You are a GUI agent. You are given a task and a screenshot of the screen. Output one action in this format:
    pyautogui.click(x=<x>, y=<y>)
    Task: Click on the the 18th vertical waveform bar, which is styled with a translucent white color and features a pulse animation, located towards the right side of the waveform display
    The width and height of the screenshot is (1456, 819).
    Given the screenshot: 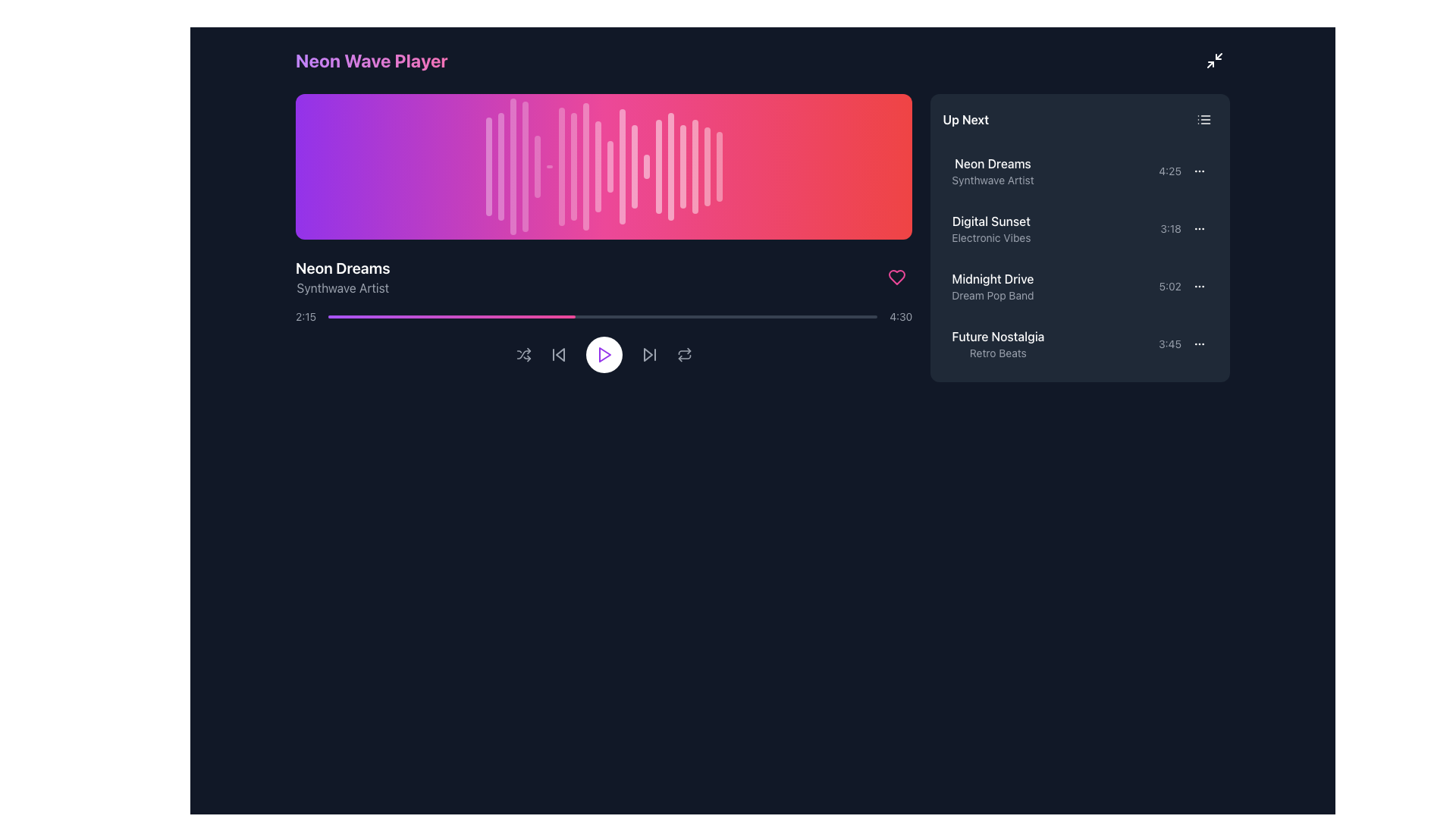 What is the action you would take?
    pyautogui.click(x=694, y=166)
    